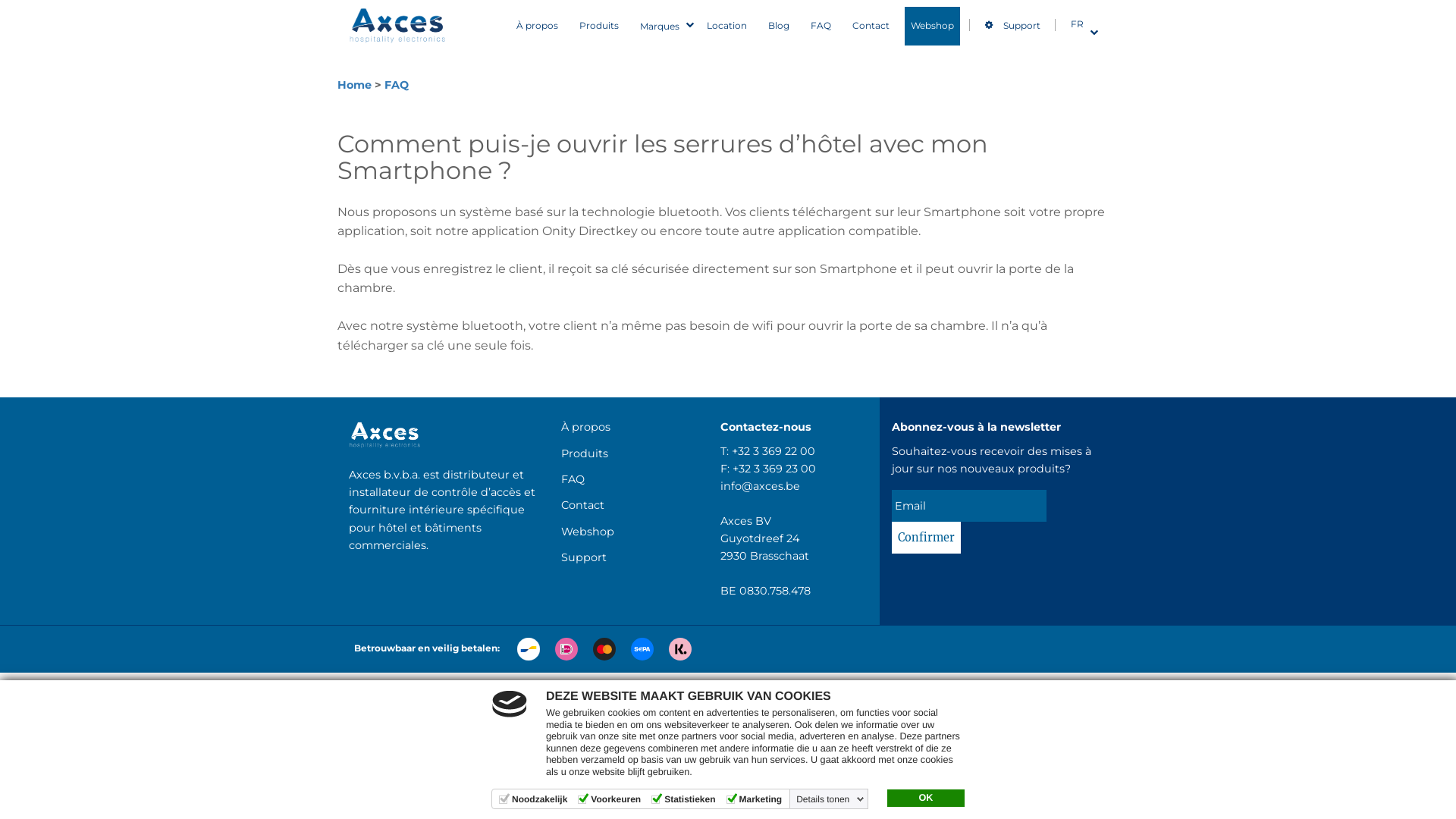 The image size is (1456, 819). What do you see at coordinates (726, 26) in the screenshot?
I see `'Location'` at bounding box center [726, 26].